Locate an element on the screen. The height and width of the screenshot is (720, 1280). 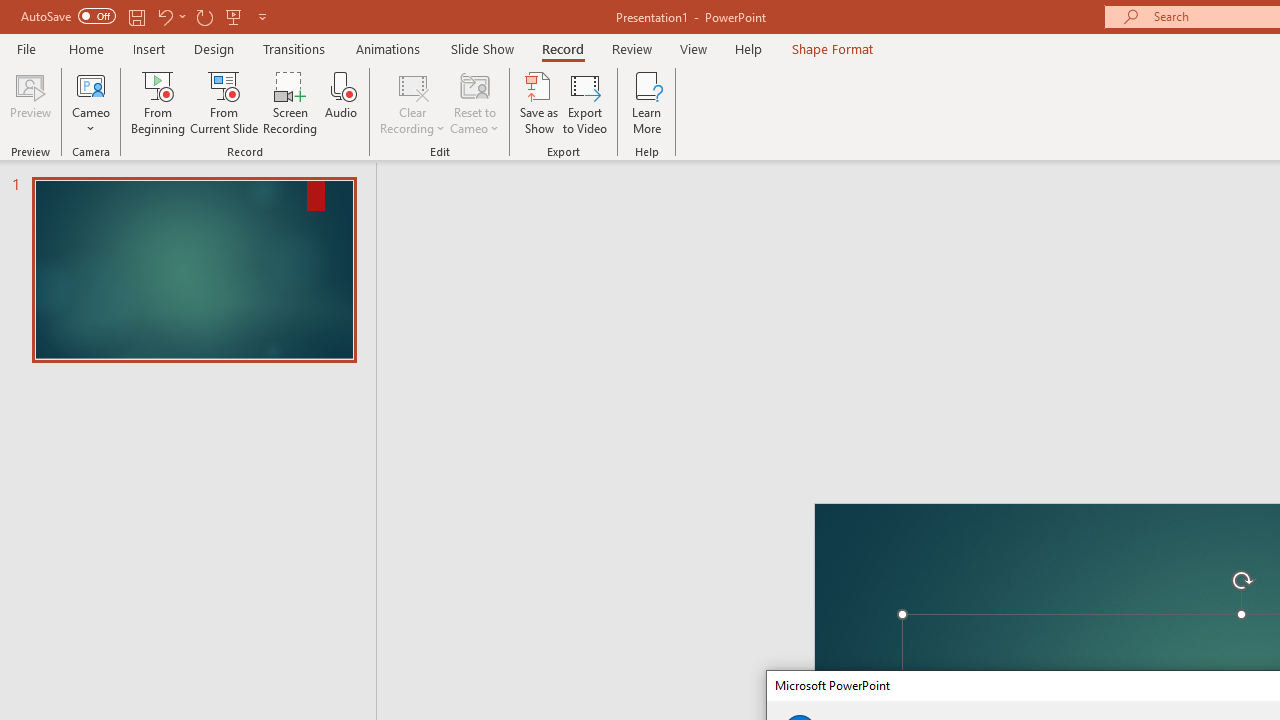
'Shape Format' is located at coordinates (832, 48).